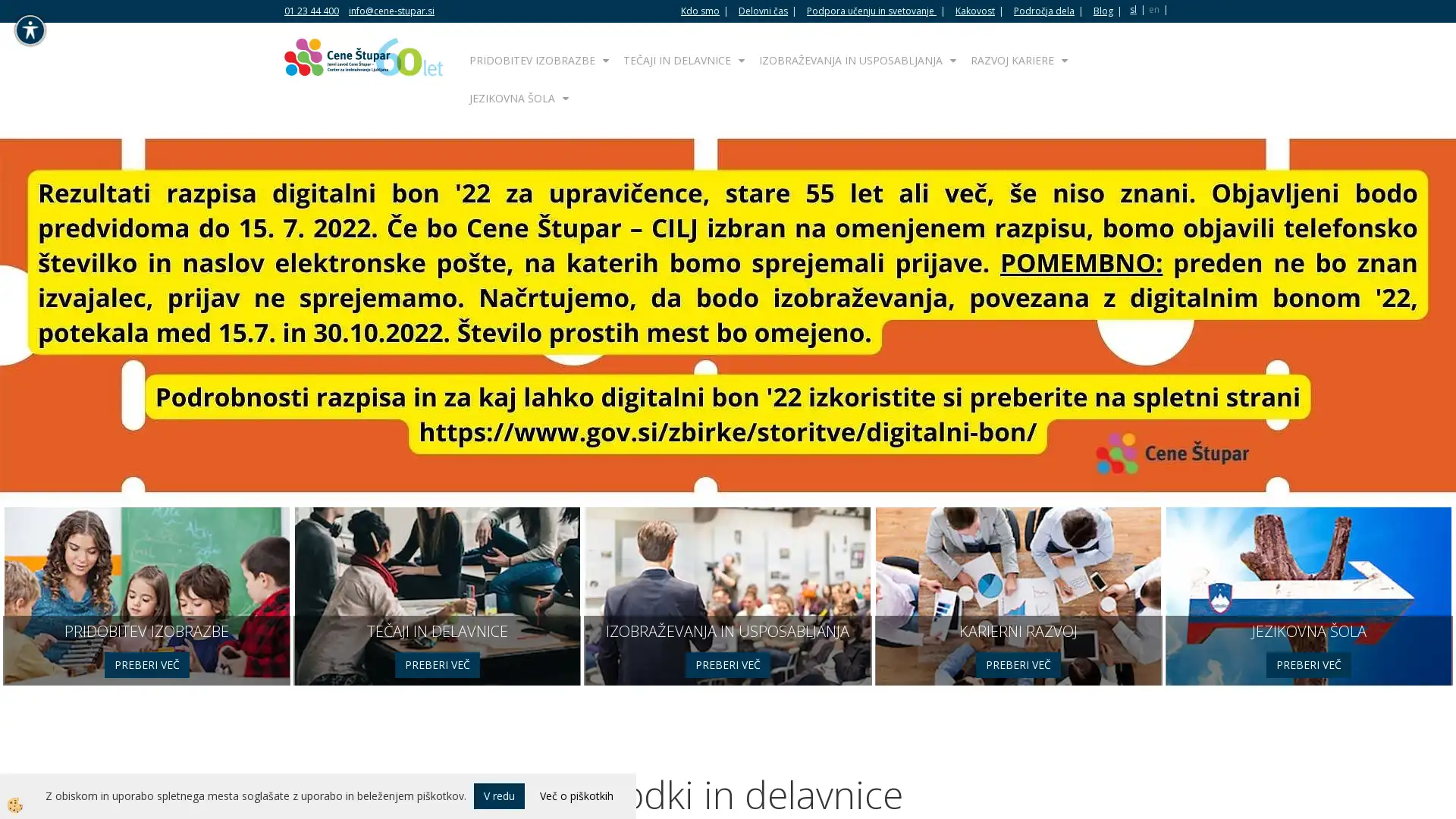 This screenshot has width=1456, height=819. What do you see at coordinates (1081, 29) in the screenshot?
I see `ISCI` at bounding box center [1081, 29].